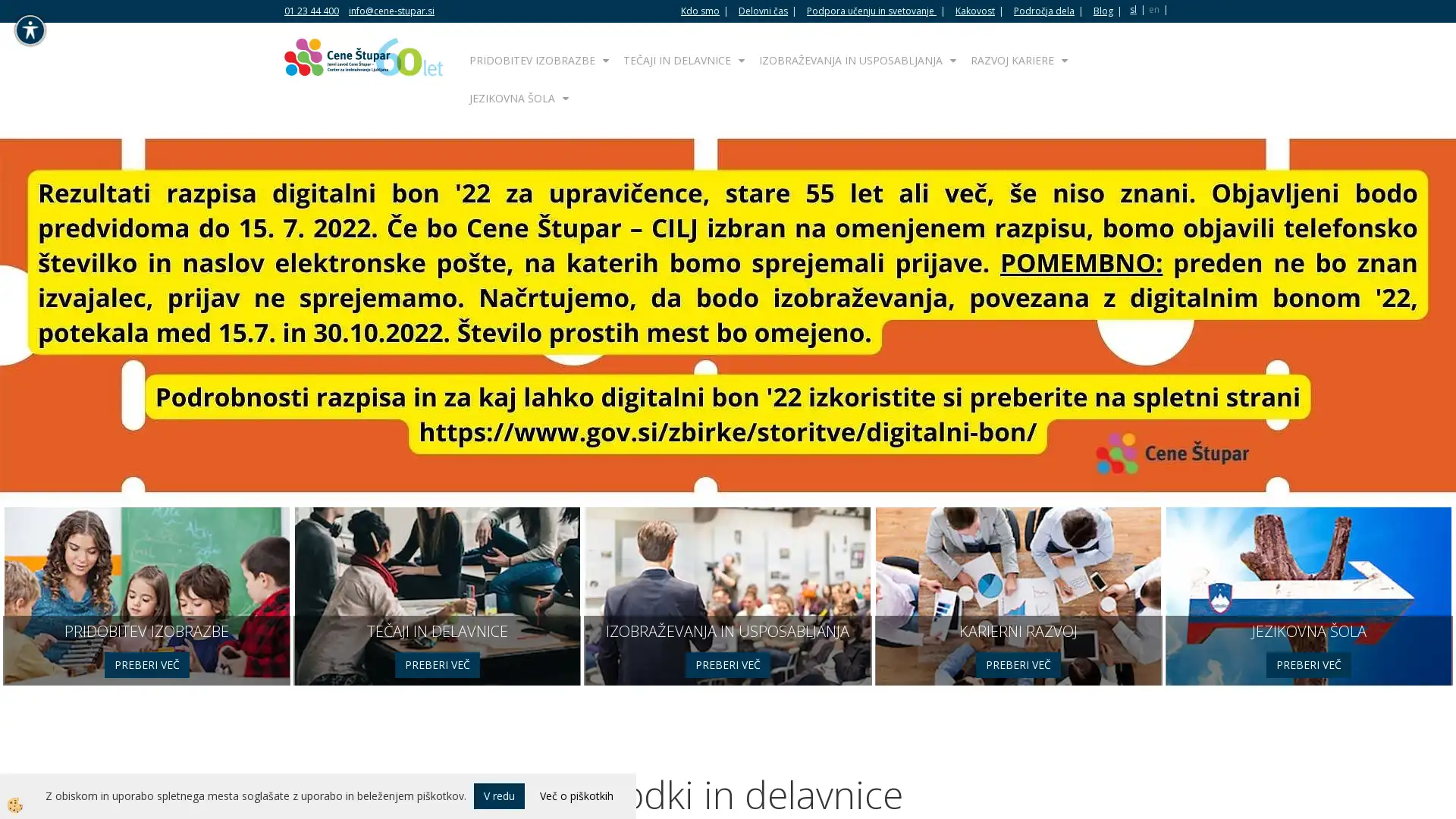 This screenshot has width=1456, height=819. What do you see at coordinates (1081, 29) in the screenshot?
I see `ISCI` at bounding box center [1081, 29].